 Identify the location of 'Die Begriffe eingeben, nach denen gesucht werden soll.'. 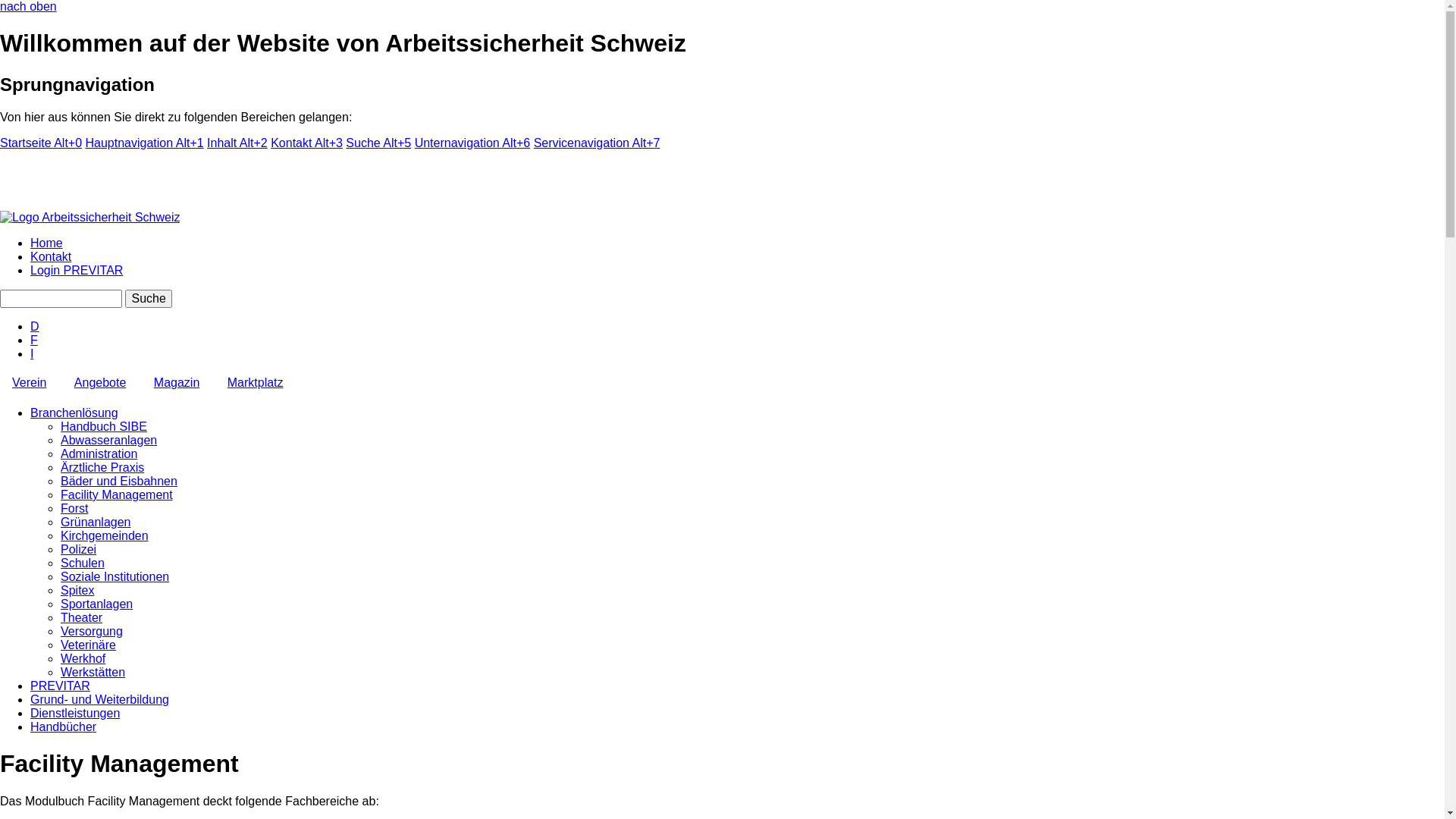
(61, 298).